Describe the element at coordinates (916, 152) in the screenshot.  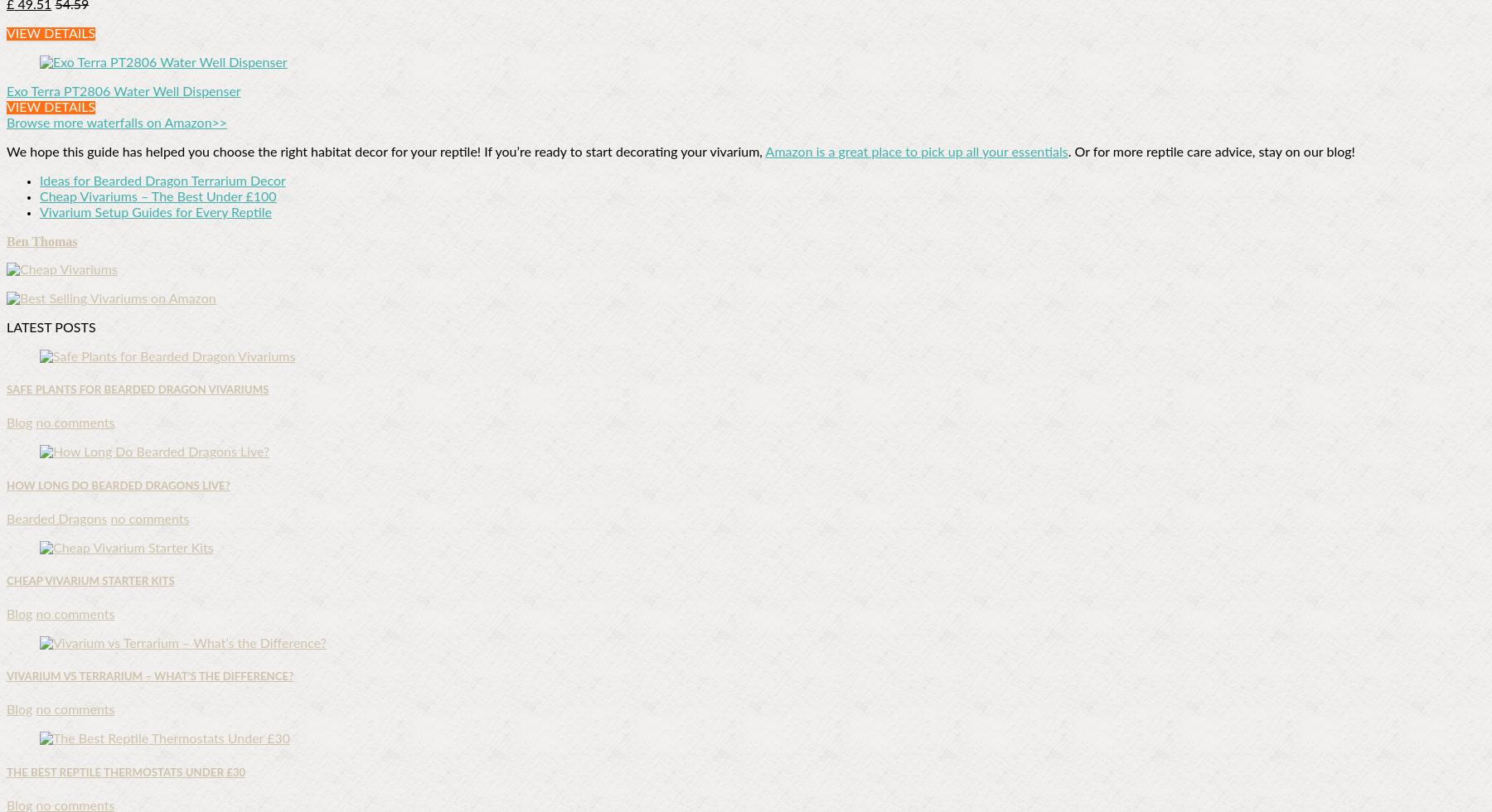
I see `'Amazon is a great place to pick up all your essentials'` at that location.